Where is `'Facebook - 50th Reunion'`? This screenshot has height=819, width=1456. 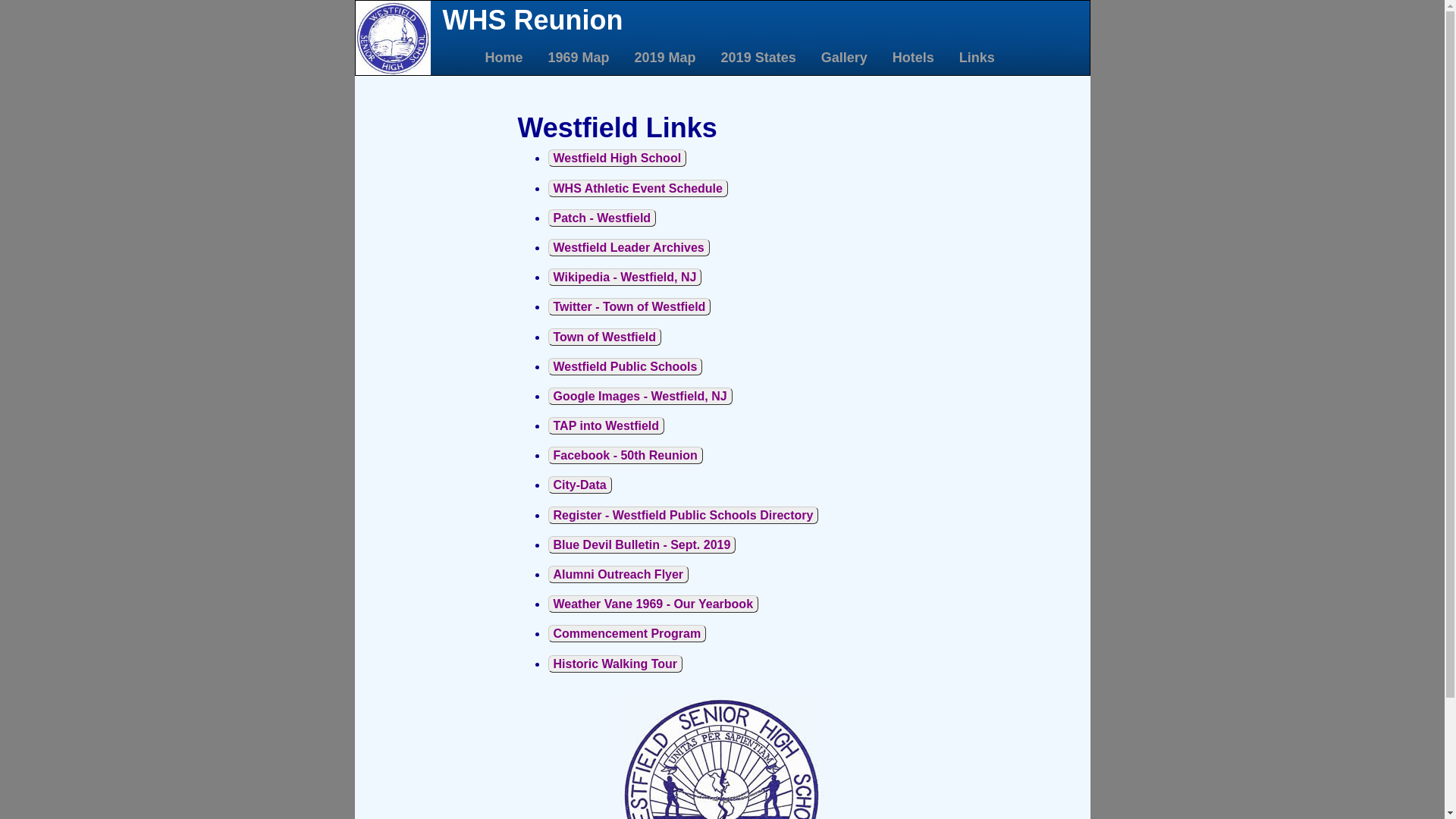
'Facebook - 50th Reunion' is located at coordinates (625, 454).